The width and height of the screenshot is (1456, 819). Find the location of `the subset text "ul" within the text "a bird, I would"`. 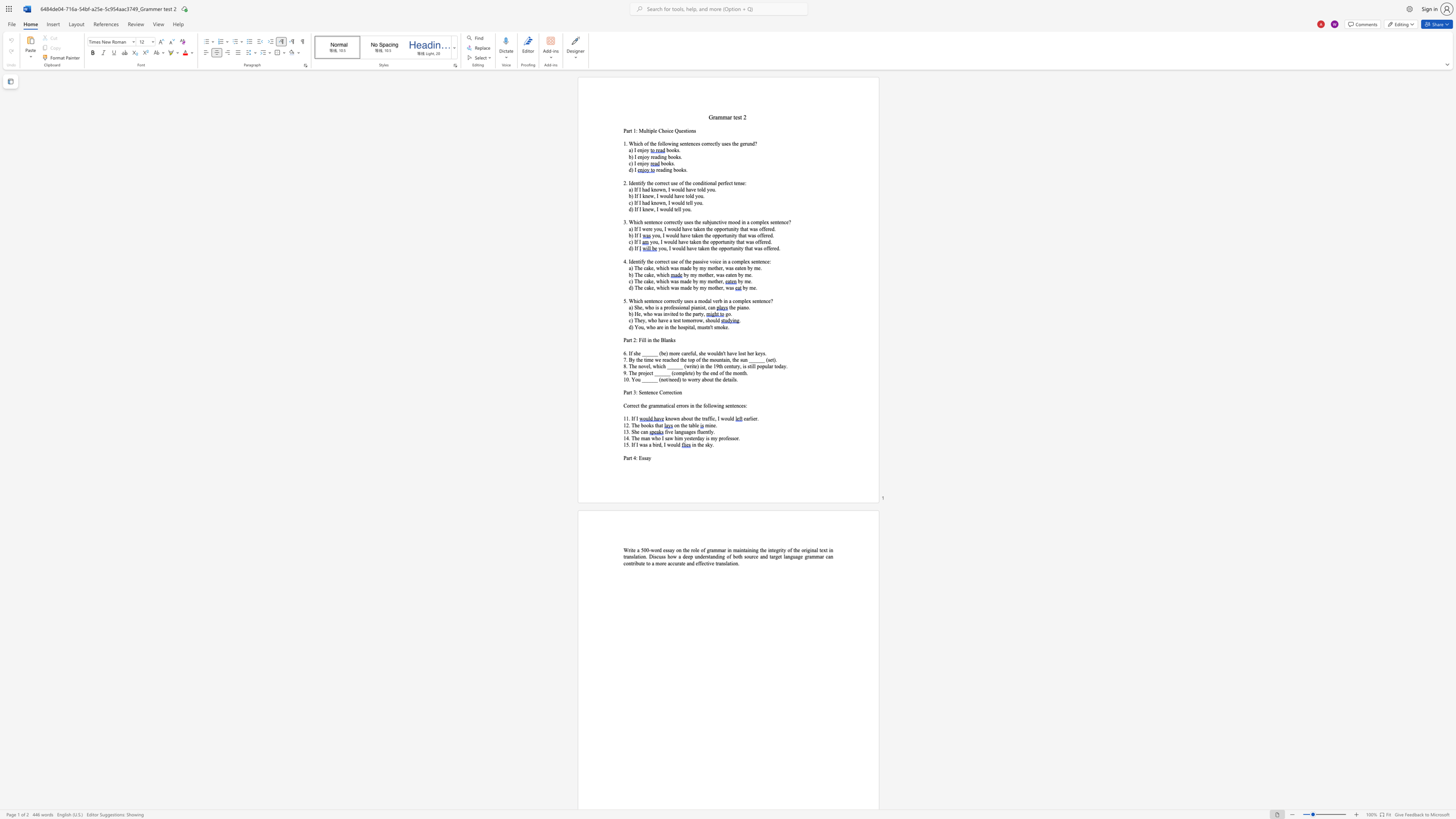

the subset text "ul" within the text "a bird, I would" is located at coordinates (673, 444).